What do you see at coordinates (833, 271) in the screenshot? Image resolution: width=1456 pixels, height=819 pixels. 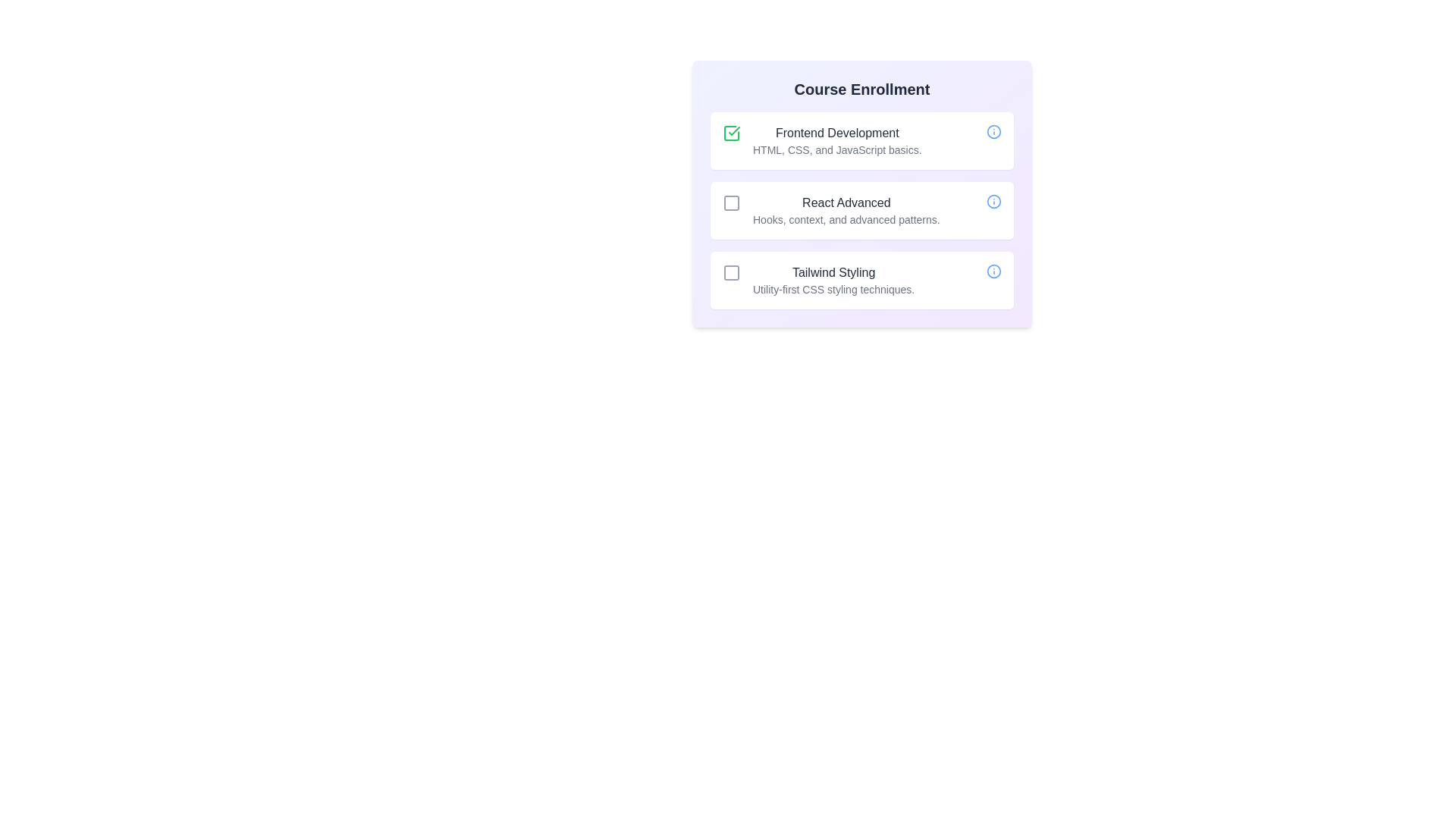 I see `the text element displaying 'Tailwind Styling', which is positioned as the title in the third item of a vertical list of course options` at bounding box center [833, 271].